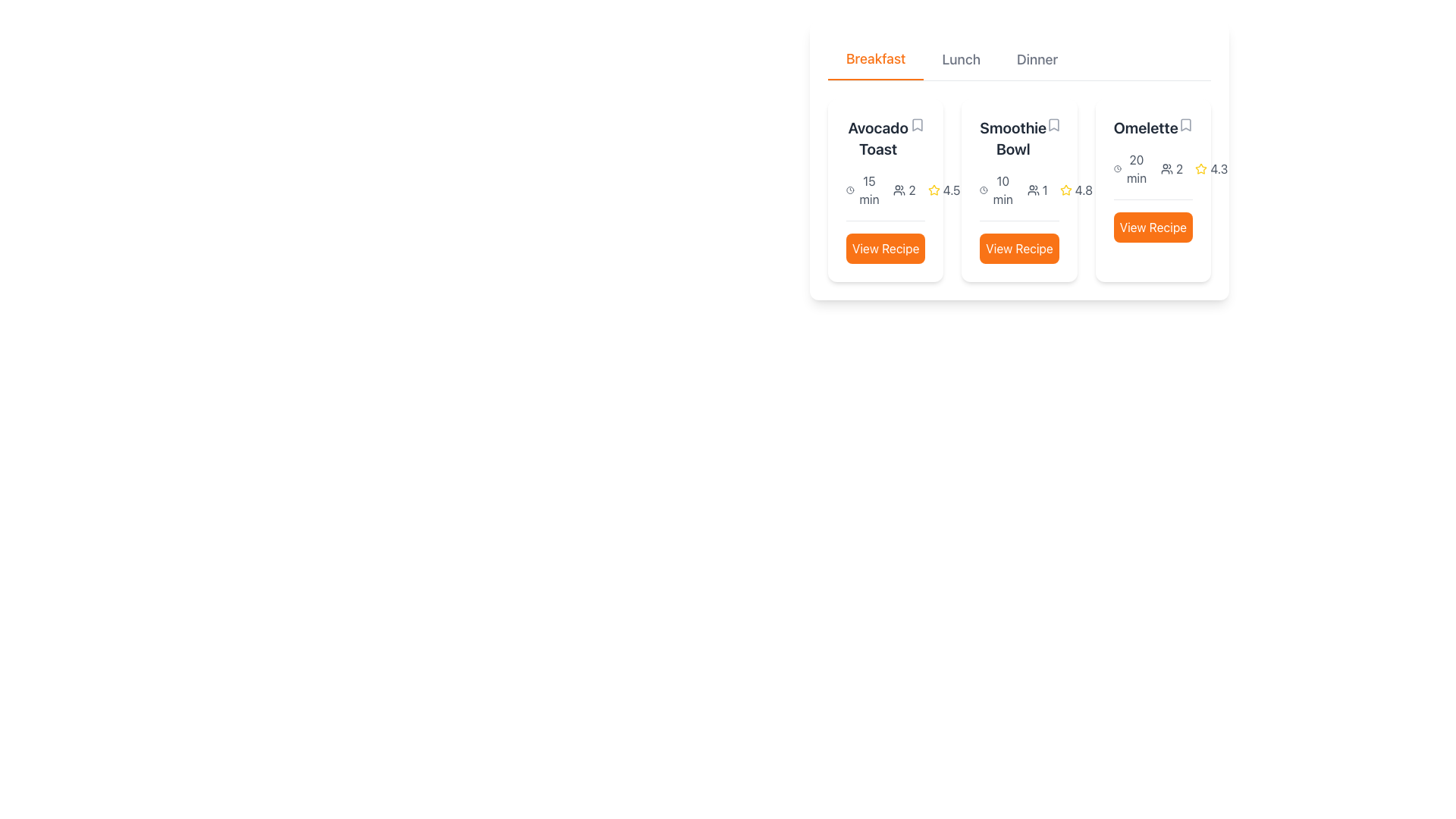 The width and height of the screenshot is (1456, 819). What do you see at coordinates (869, 189) in the screenshot?
I see `the text label displaying '15 min' located near the clock icon in the first card of the 'Avocado Toast' recipe for potential tooltip information` at bounding box center [869, 189].